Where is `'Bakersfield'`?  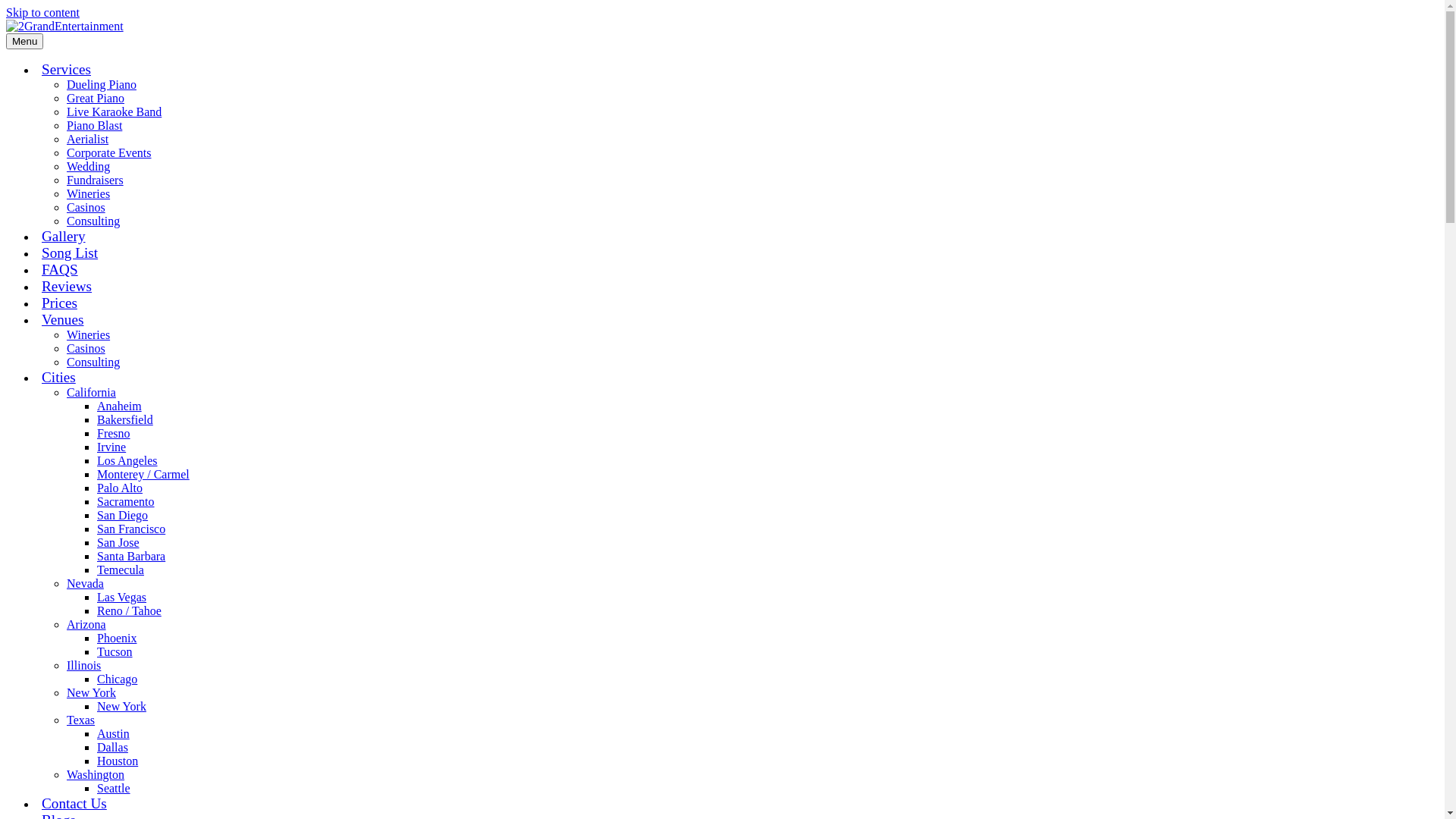
'Bakersfield' is located at coordinates (124, 419).